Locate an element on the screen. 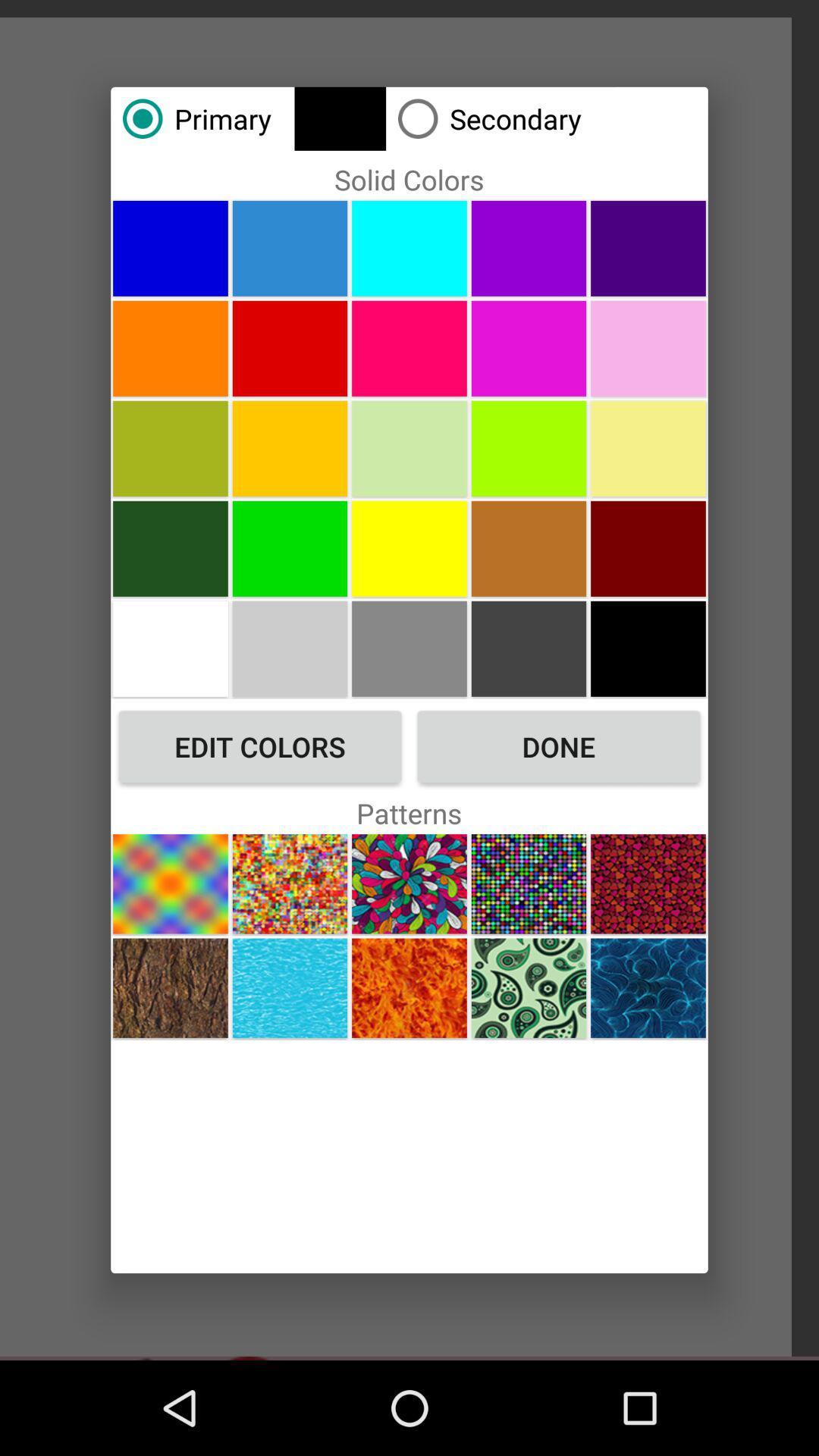 Image resolution: width=819 pixels, height=1456 pixels. choose color is located at coordinates (290, 548).